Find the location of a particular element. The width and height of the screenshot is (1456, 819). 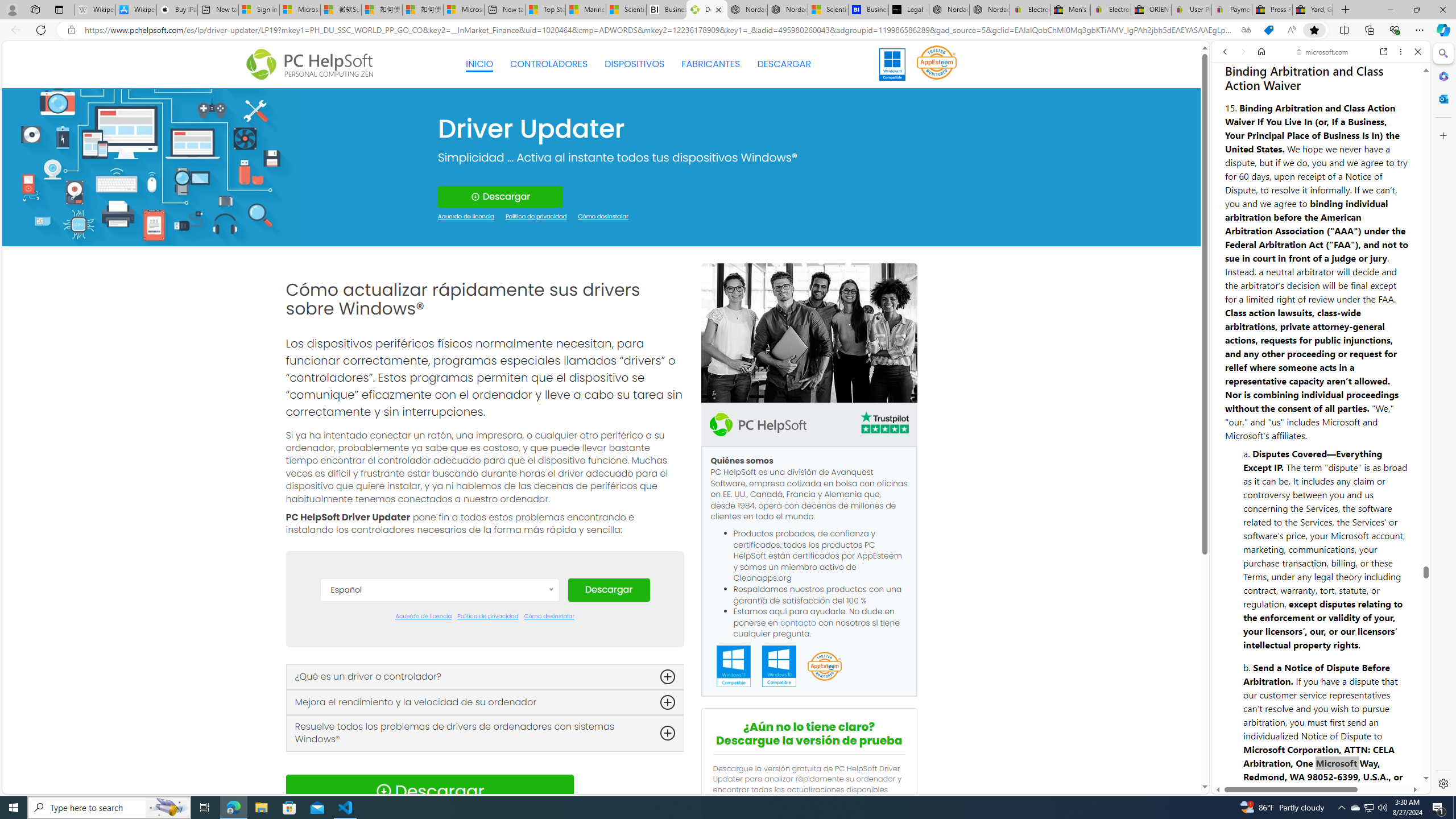

'Acuerdo de licencia' is located at coordinates (423, 616).